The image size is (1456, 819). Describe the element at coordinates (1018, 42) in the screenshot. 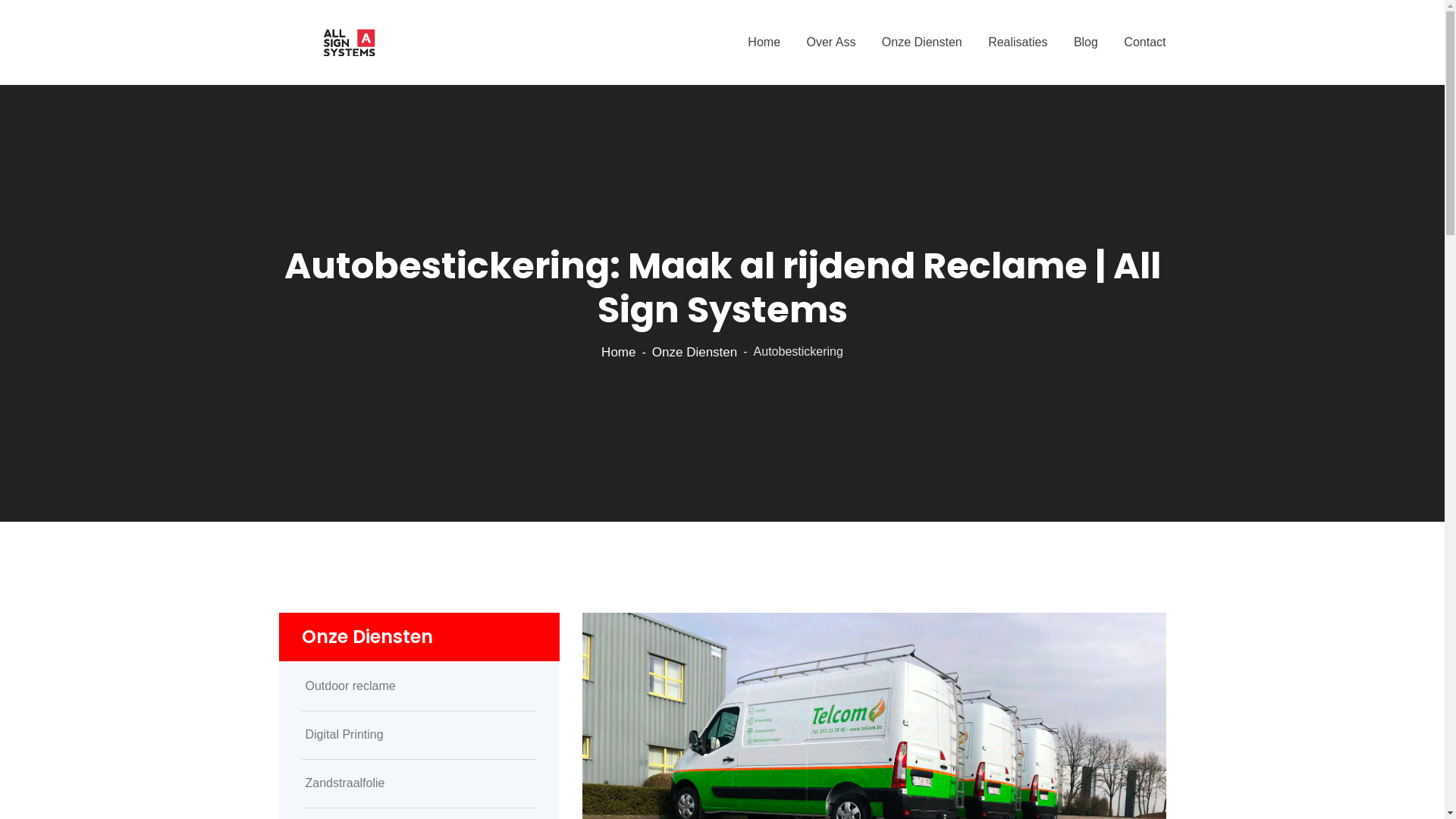

I see `'Realisaties'` at that location.